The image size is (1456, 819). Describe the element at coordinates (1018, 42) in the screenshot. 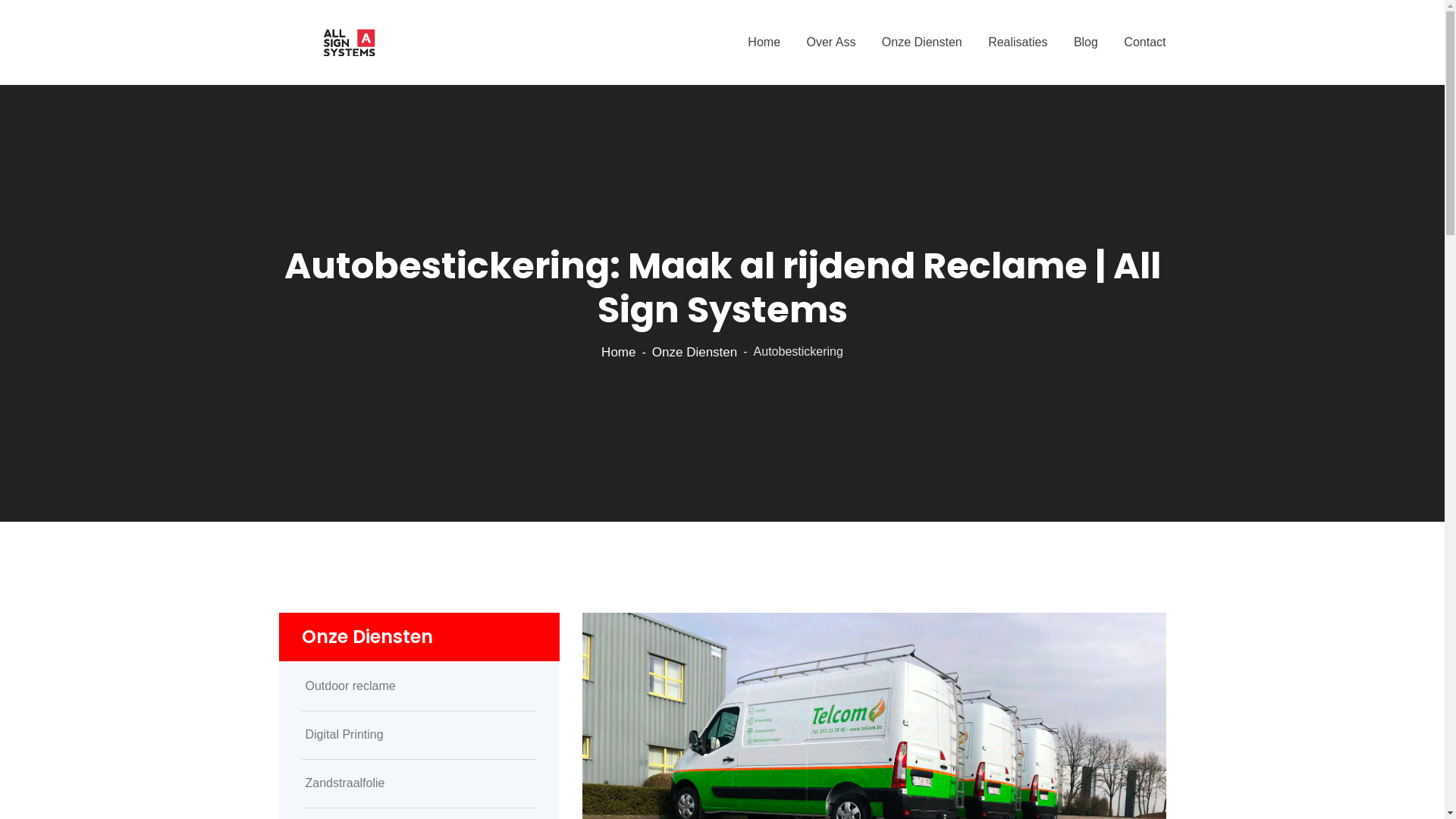

I see `'Realisaties'` at that location.